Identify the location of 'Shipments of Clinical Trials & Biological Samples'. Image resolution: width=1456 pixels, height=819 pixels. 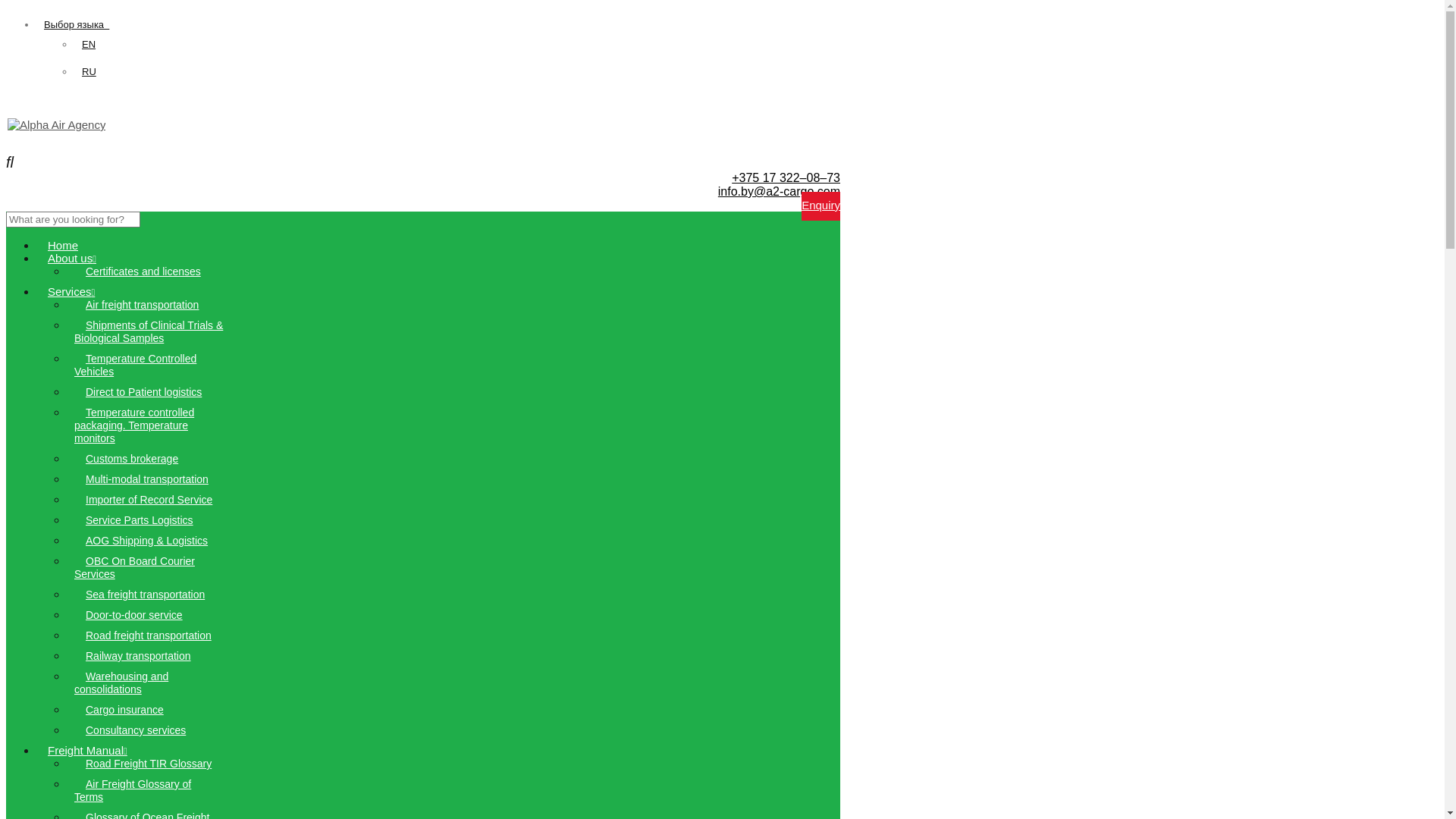
(149, 331).